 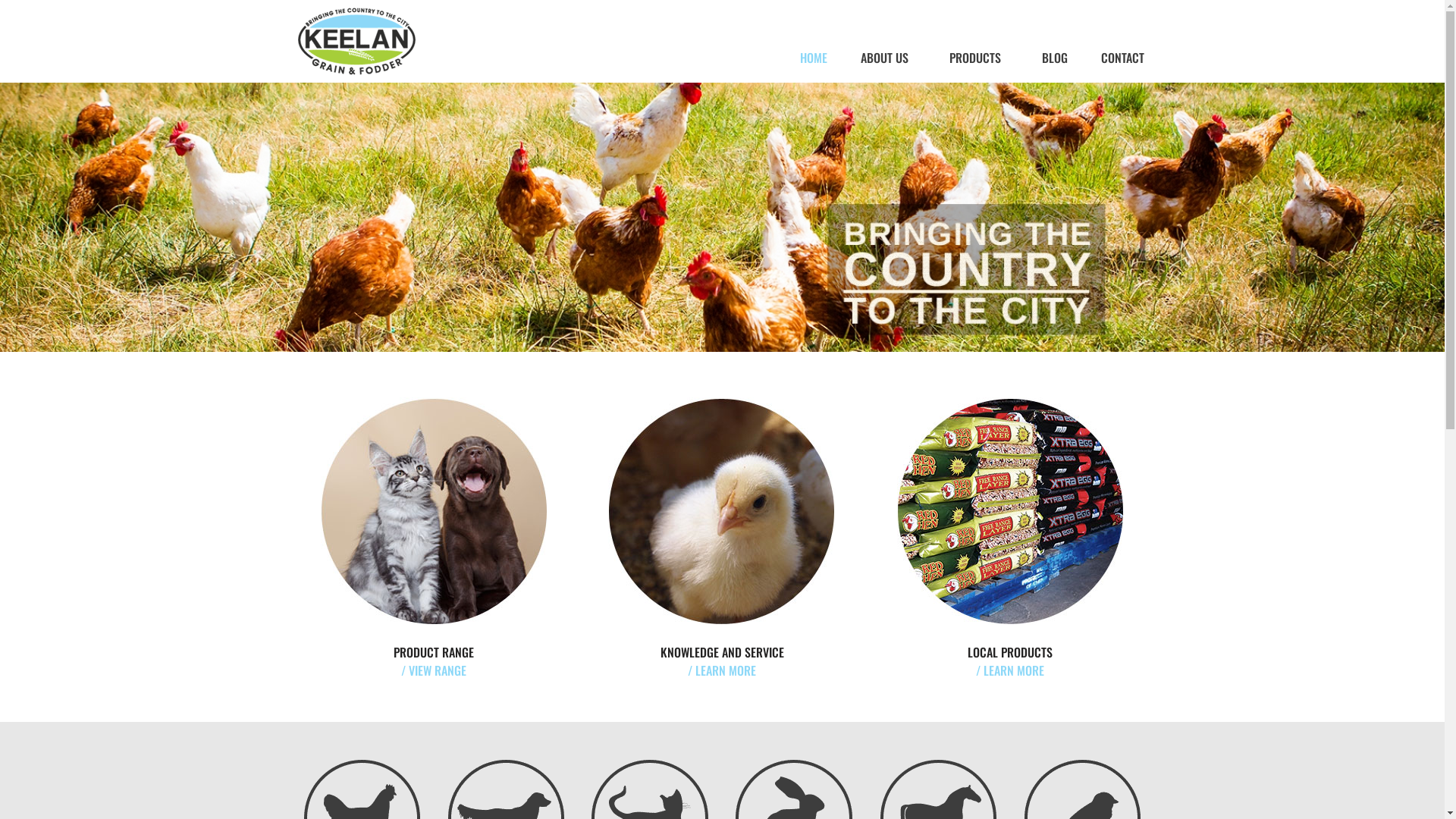 I want to click on '/ VIEW RANGE', so click(x=432, y=669).